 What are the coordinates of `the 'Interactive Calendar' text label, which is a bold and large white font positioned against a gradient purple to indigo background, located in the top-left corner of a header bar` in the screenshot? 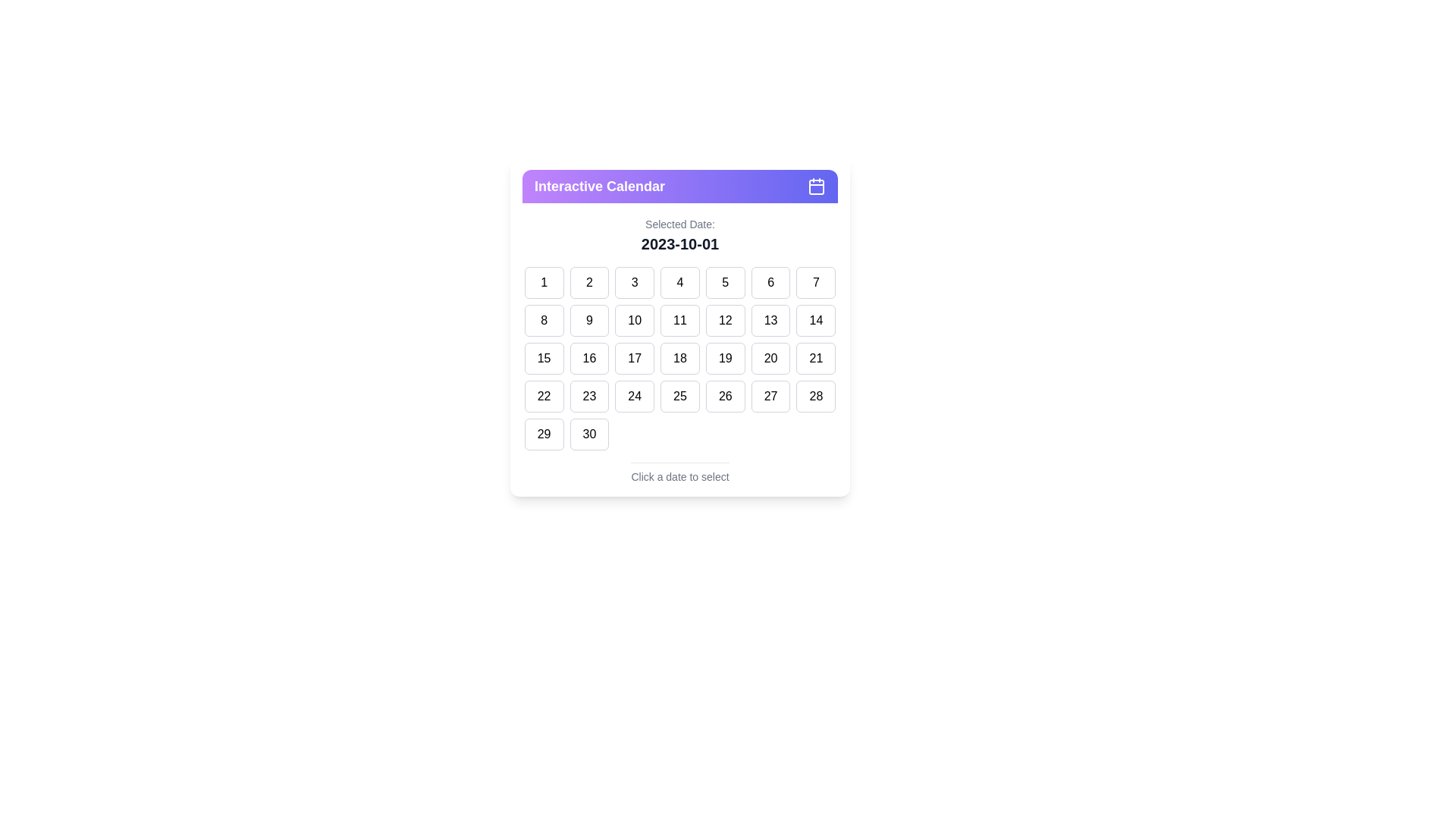 It's located at (599, 186).